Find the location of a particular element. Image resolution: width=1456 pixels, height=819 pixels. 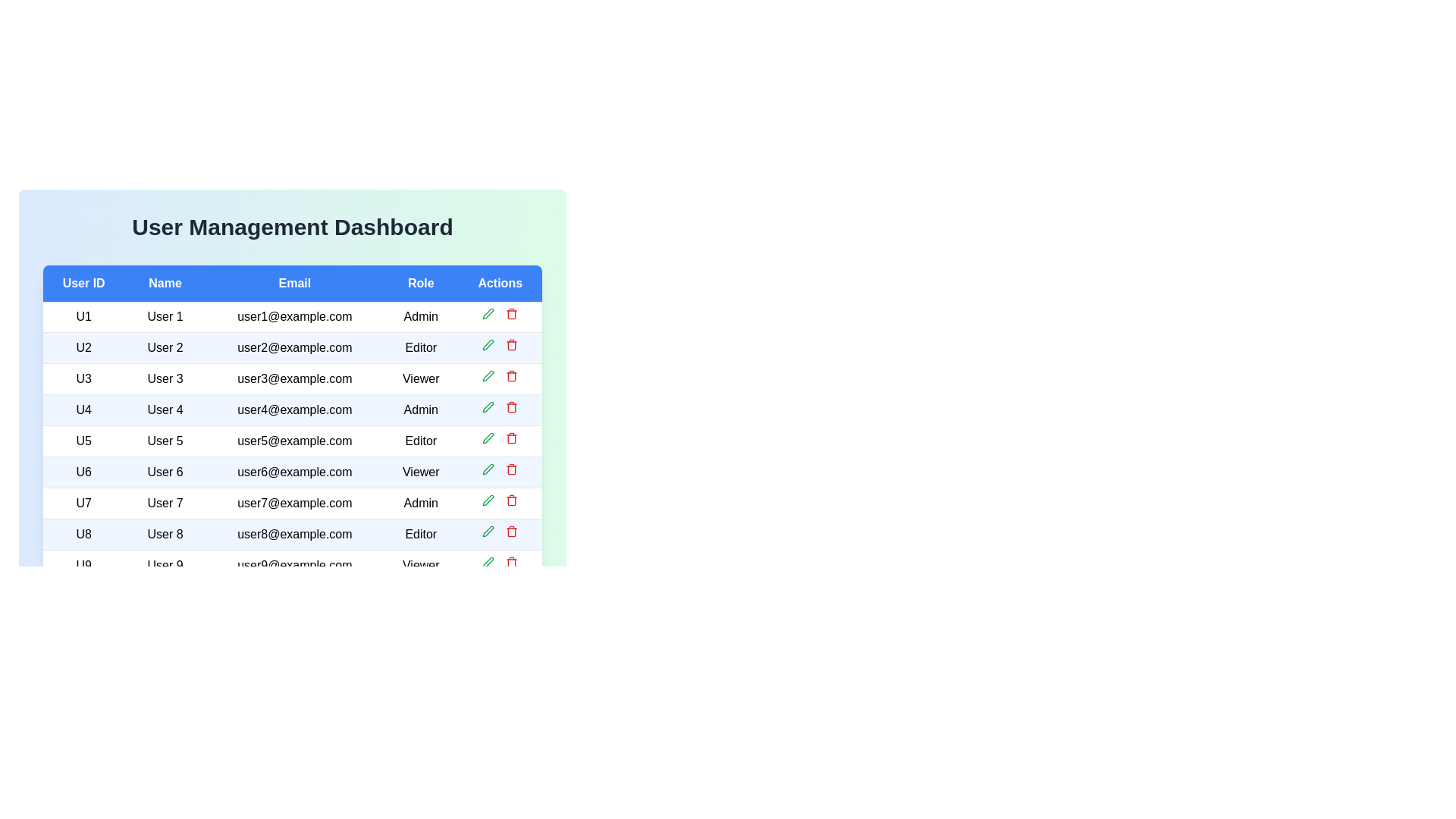

delete button for the user with ID U2 is located at coordinates (512, 345).